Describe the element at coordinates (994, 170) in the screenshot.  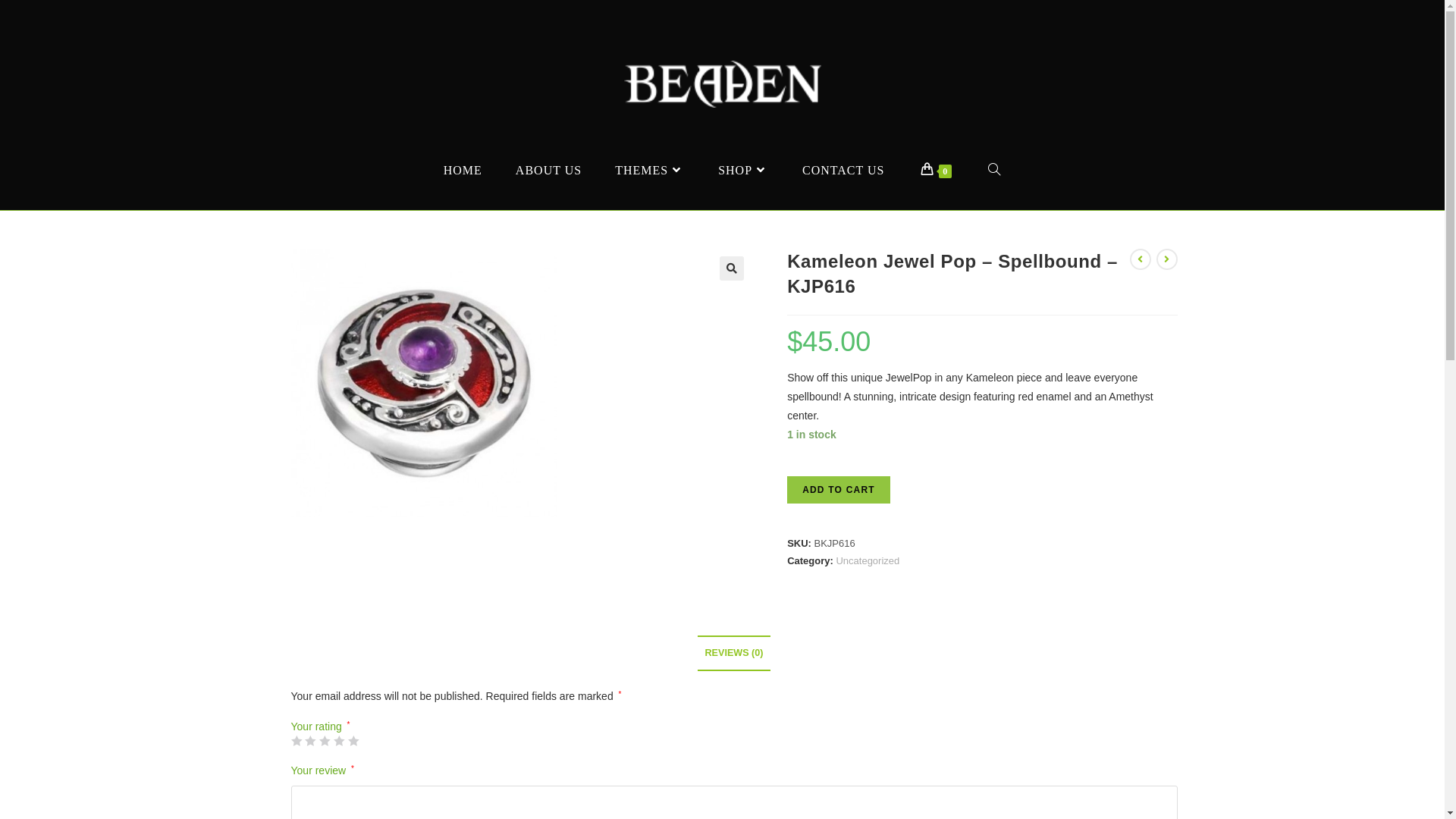
I see `'TOGGLE WEBSITE SEARCH'` at that location.